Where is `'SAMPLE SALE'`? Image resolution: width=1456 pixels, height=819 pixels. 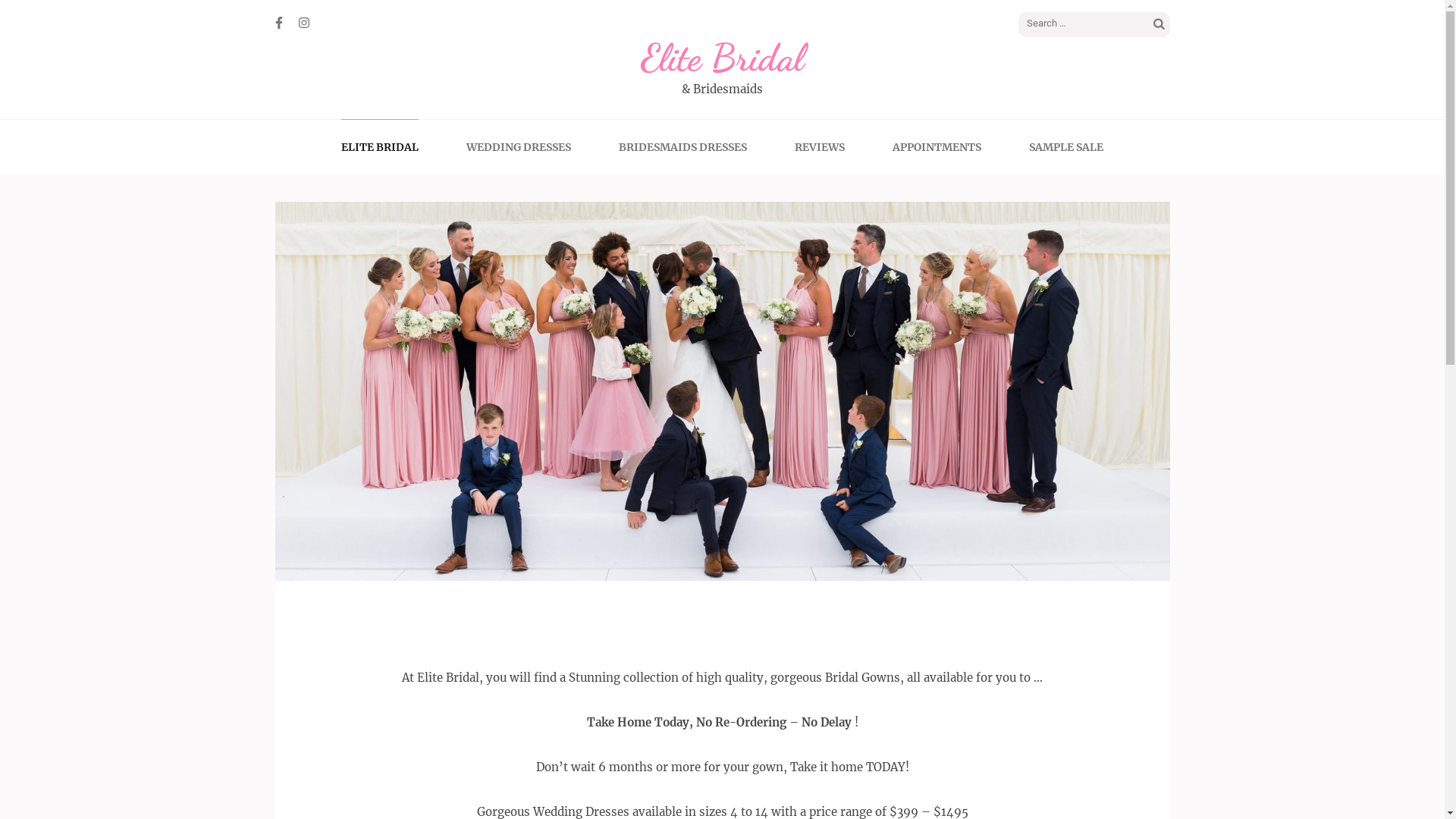 'SAMPLE SALE' is located at coordinates (1029, 146).